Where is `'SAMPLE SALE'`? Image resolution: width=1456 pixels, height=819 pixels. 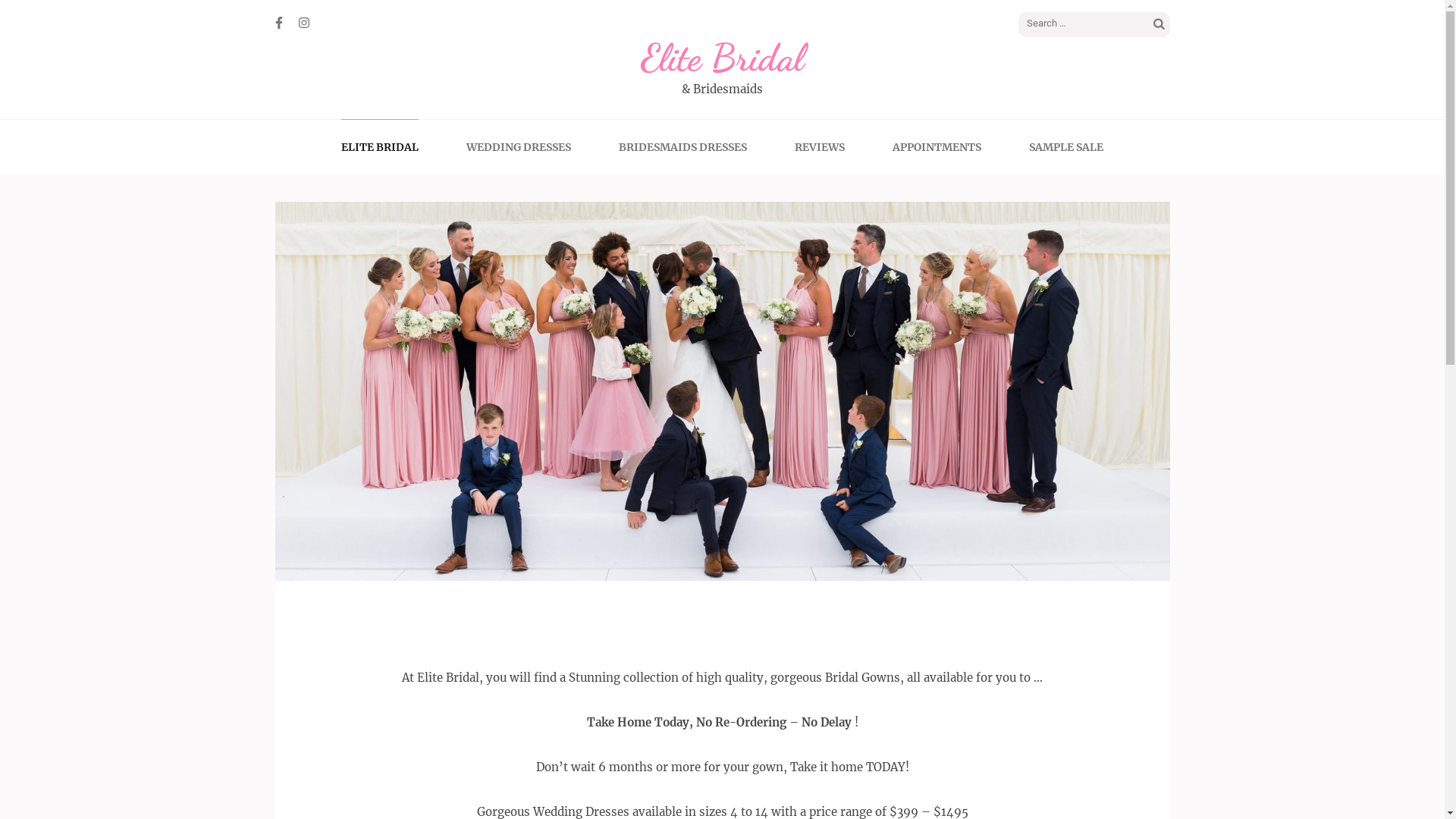 'SAMPLE SALE' is located at coordinates (1029, 146).